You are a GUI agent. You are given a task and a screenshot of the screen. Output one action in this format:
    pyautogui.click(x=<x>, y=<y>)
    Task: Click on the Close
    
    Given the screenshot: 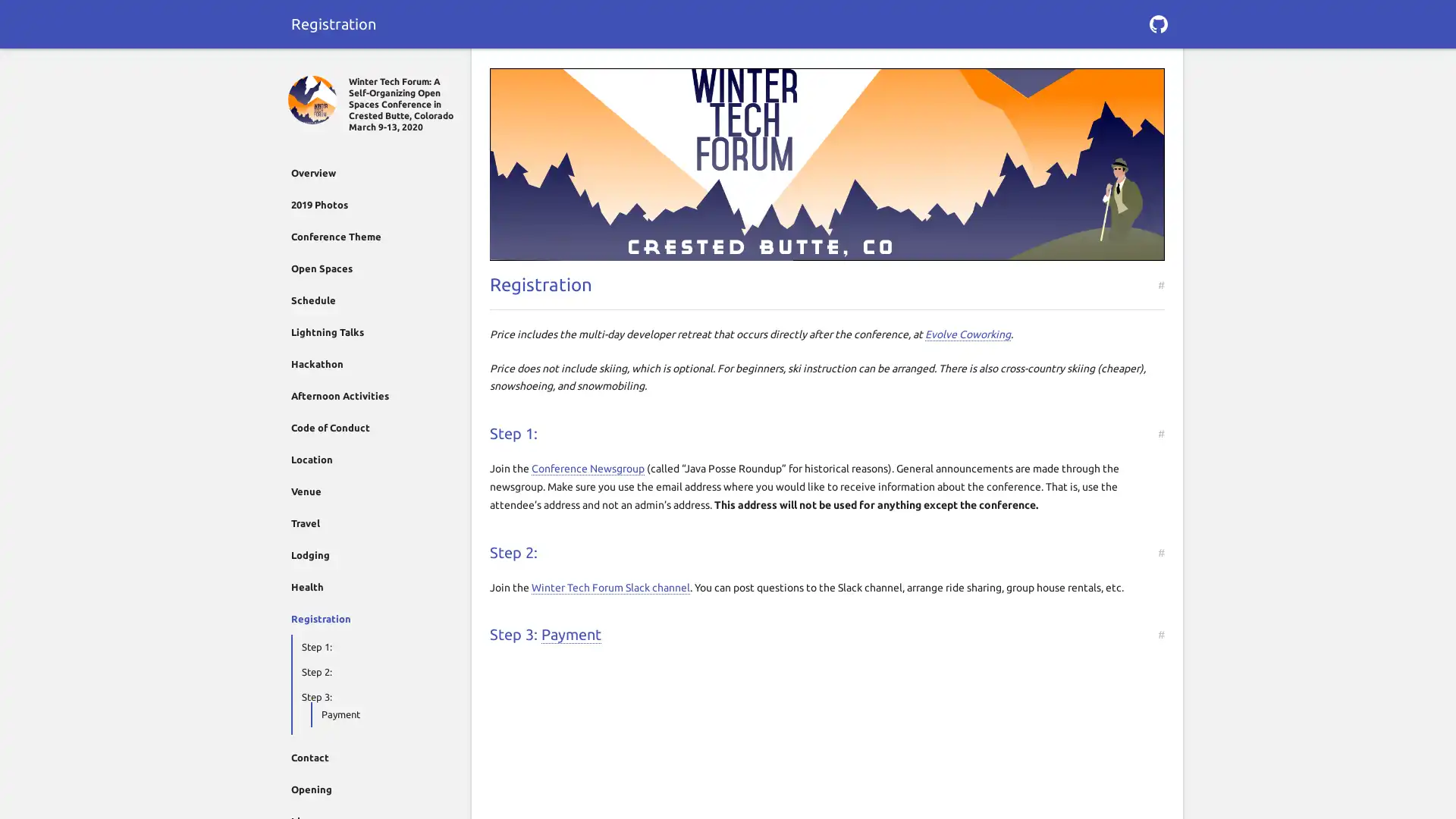 What is the action you would take?
    pyautogui.click(x=297, y=66)
    